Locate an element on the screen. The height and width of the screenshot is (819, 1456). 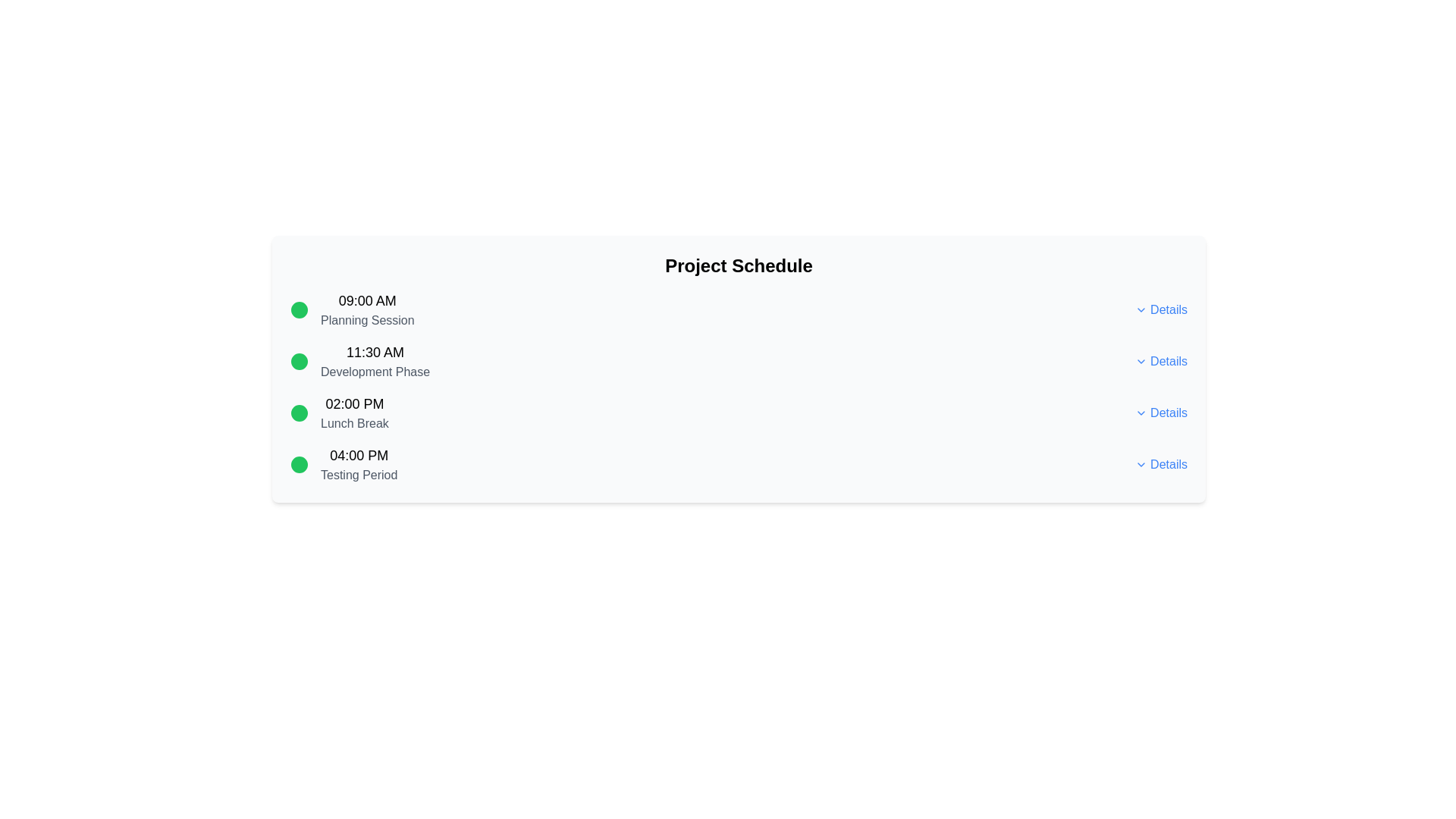
the first green circular graphical indicator in the vertical sequence located at the top left corner of the schedule list is located at coordinates (299, 309).